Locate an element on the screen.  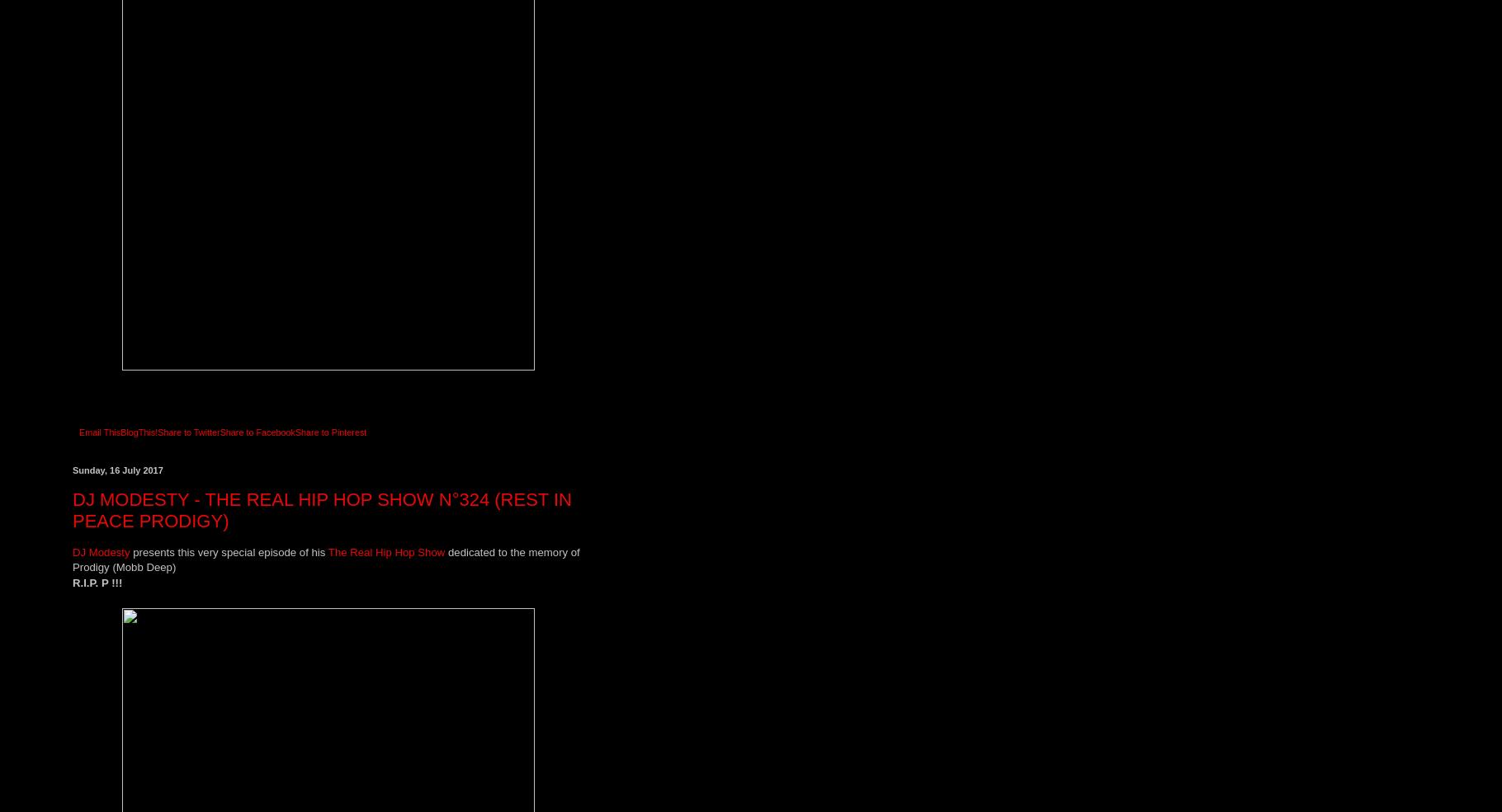
'BlogThis!' is located at coordinates (139, 430).